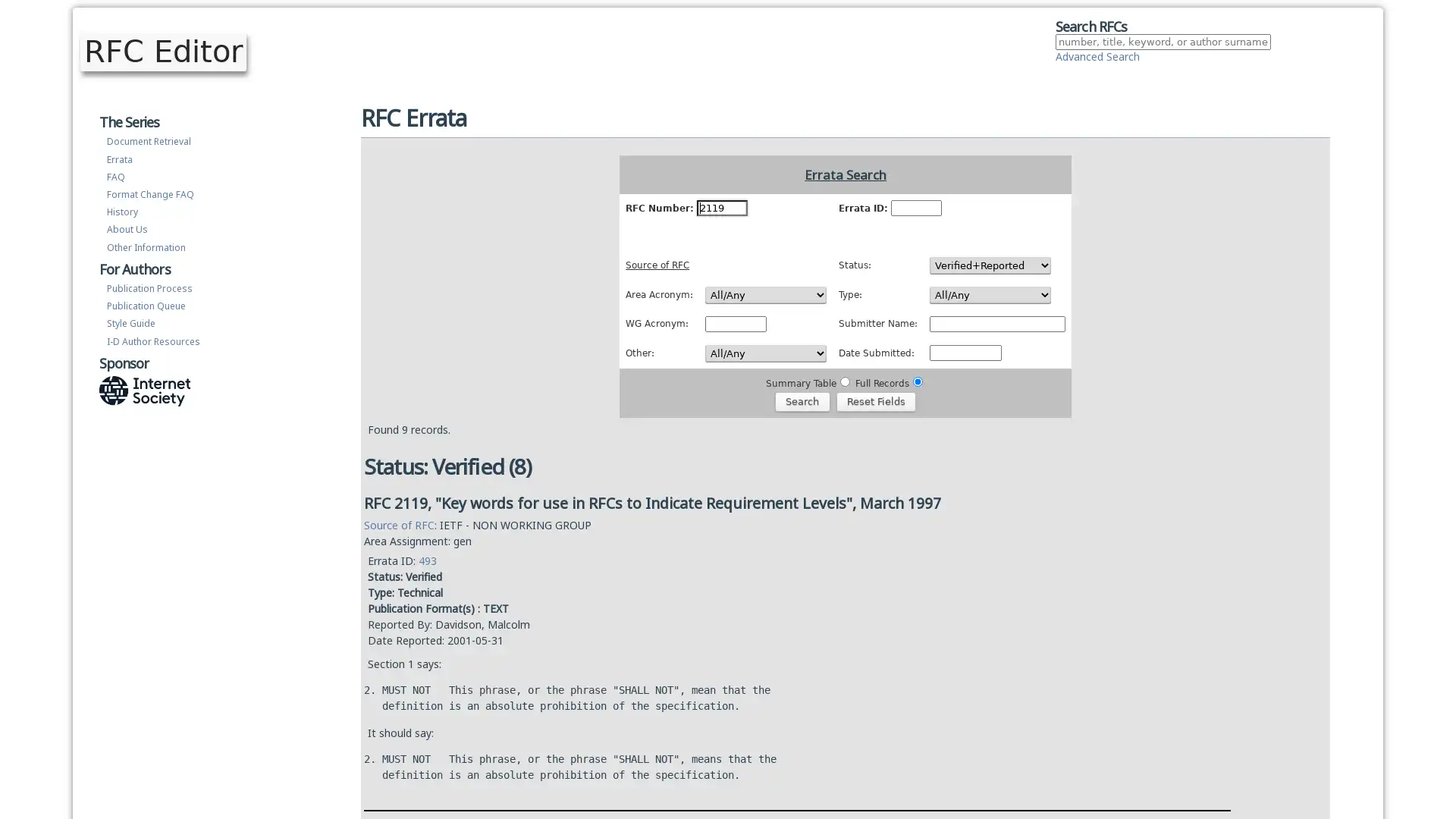  I want to click on Reset Fields, so click(876, 400).